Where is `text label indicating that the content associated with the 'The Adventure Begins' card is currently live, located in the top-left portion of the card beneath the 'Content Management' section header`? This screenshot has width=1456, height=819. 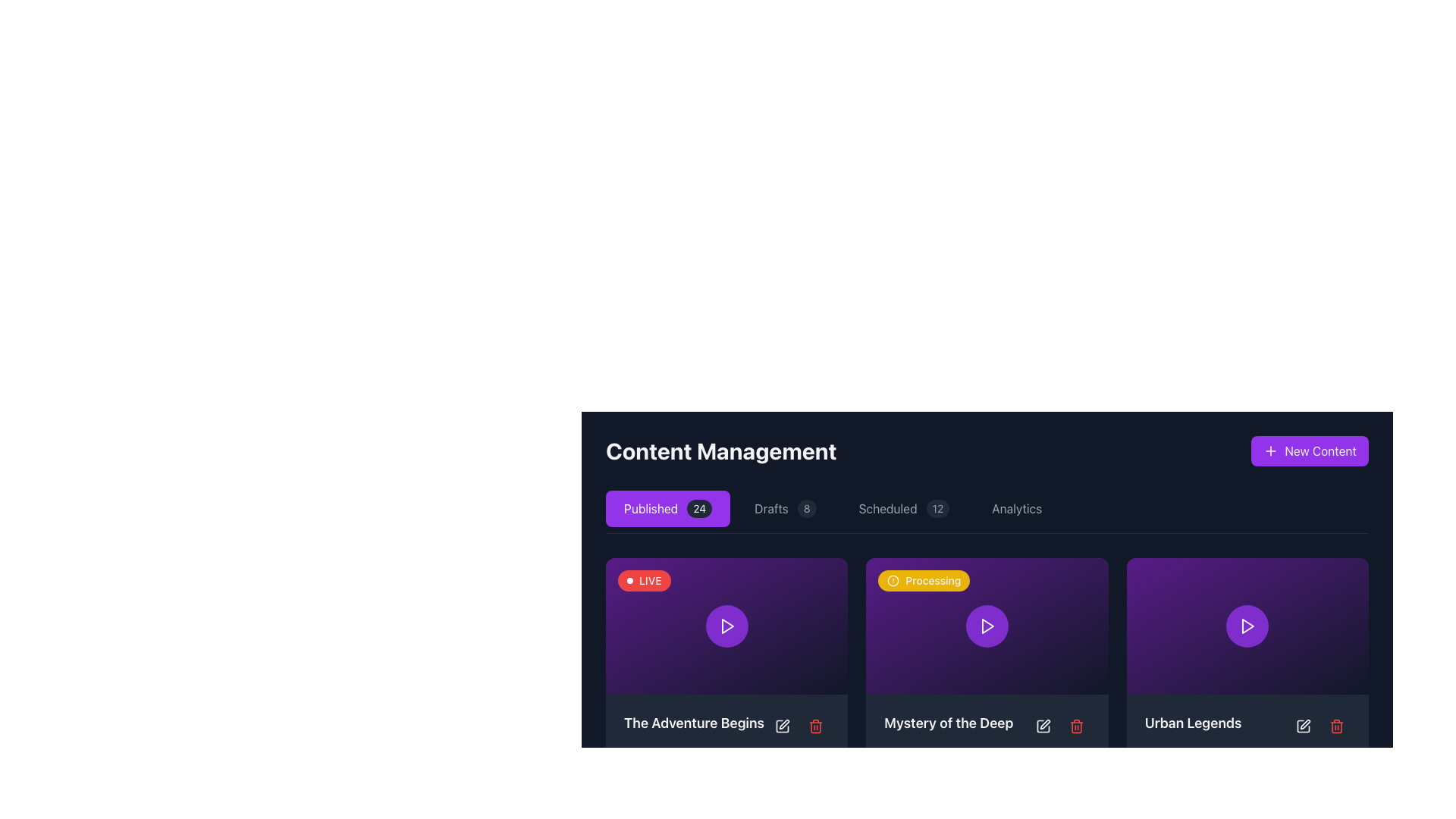 text label indicating that the content associated with the 'The Adventure Begins' card is currently live, located in the top-left portion of the card beneath the 'Content Management' section header is located at coordinates (650, 580).